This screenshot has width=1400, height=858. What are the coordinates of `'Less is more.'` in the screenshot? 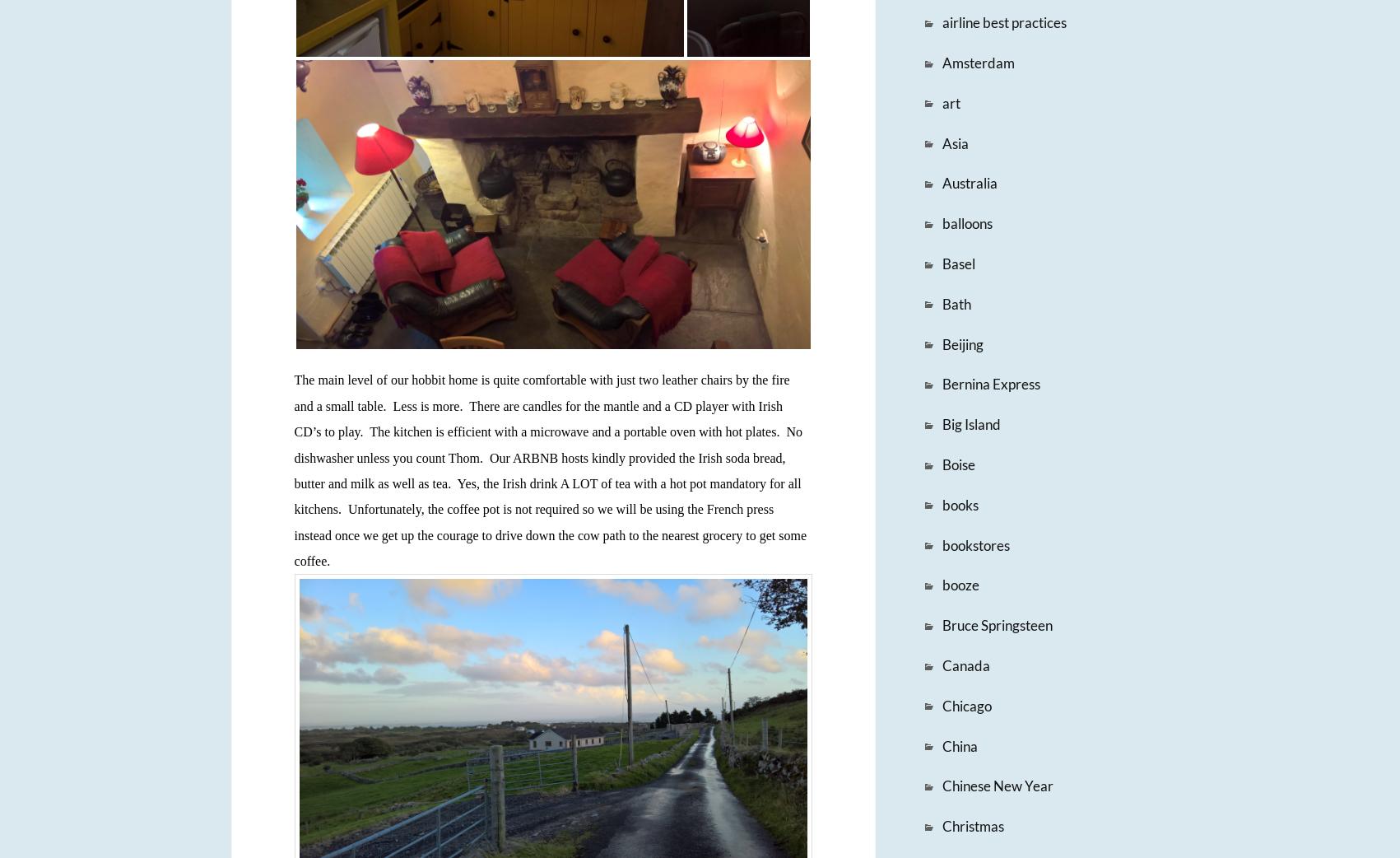 It's located at (427, 405).